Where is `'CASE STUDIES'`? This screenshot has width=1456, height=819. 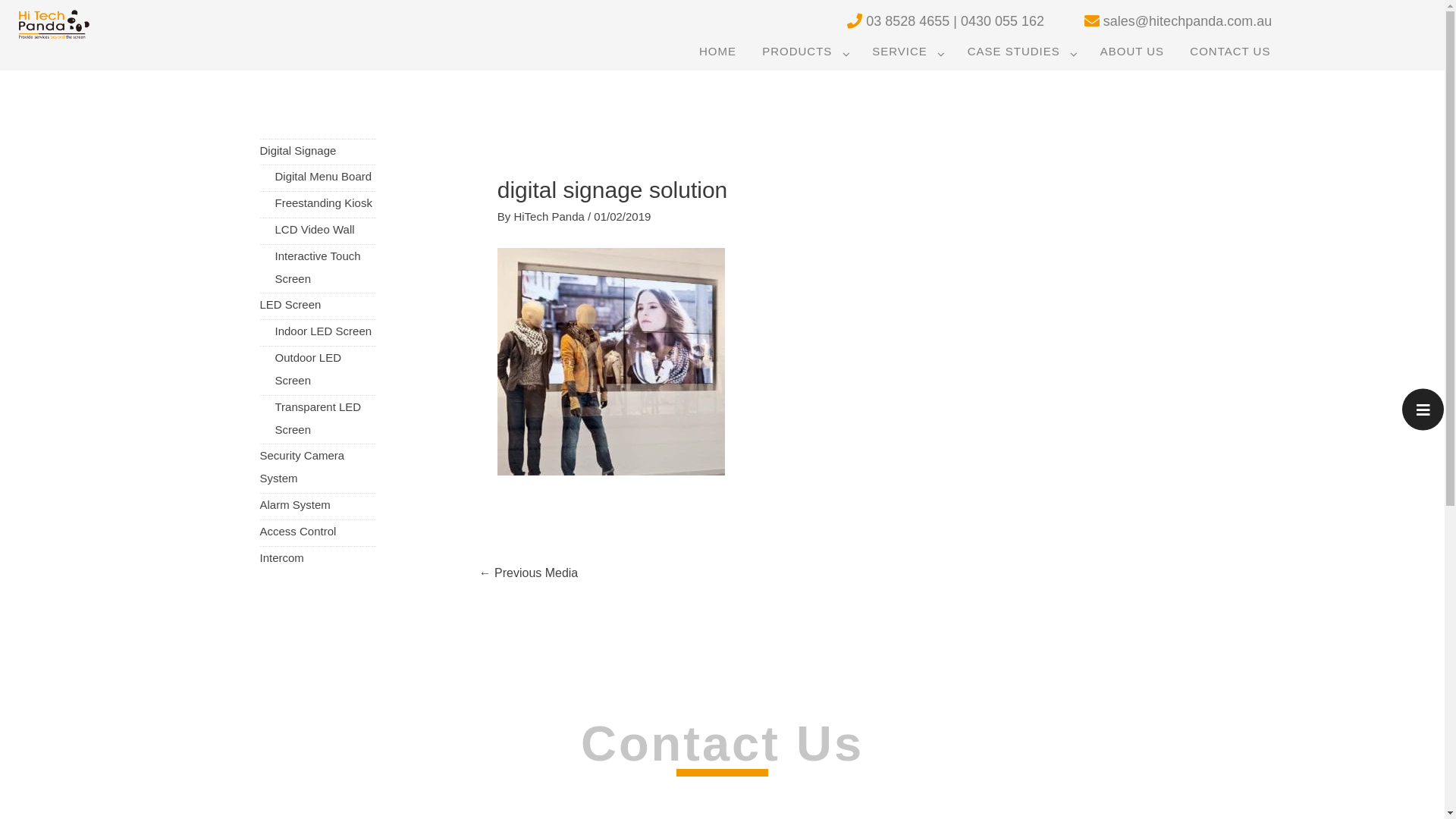
'CASE STUDIES' is located at coordinates (955, 51).